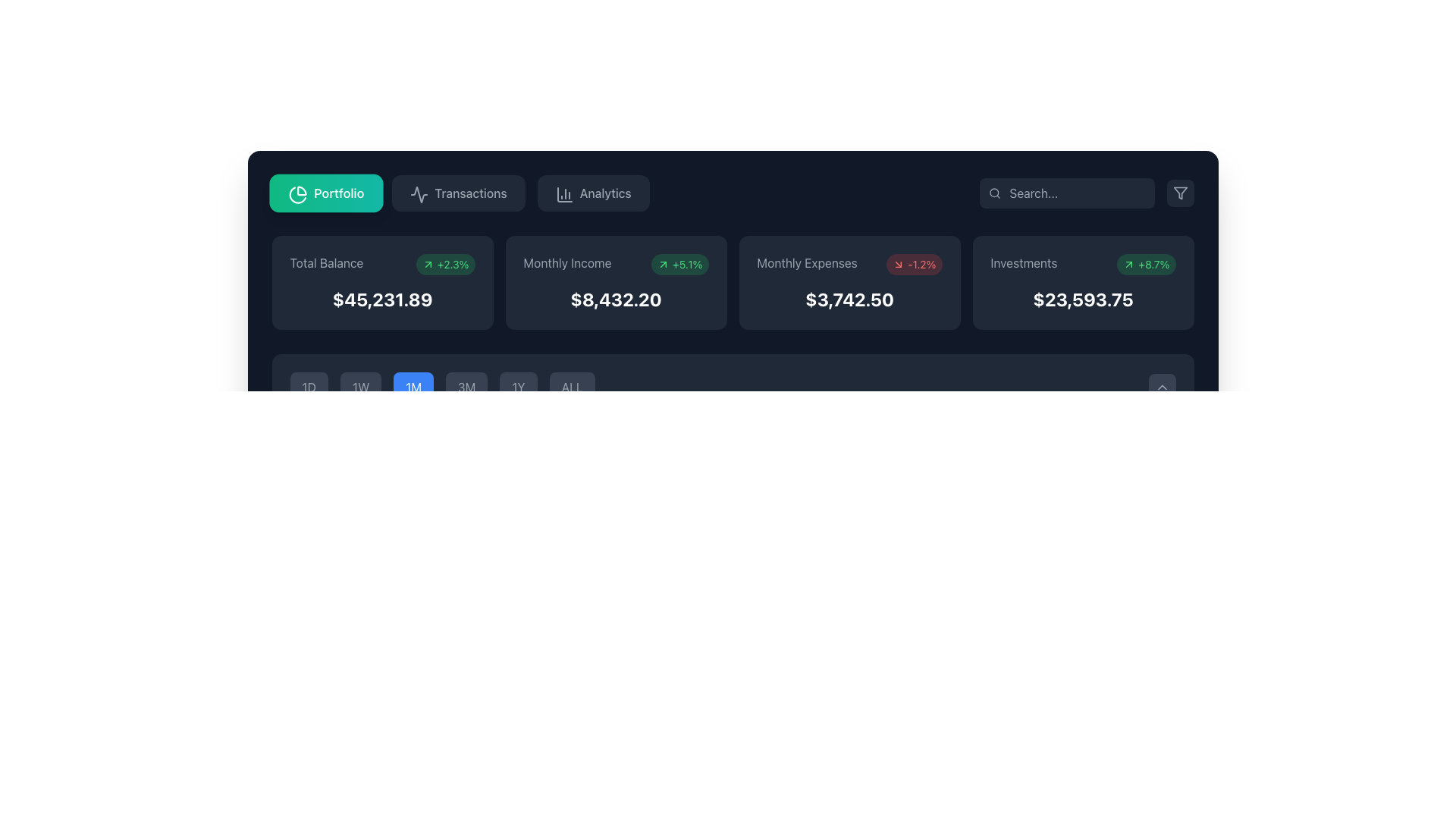 The image size is (1456, 819). I want to click on the chevron arrow icon embedded in the button, so click(1161, 386).